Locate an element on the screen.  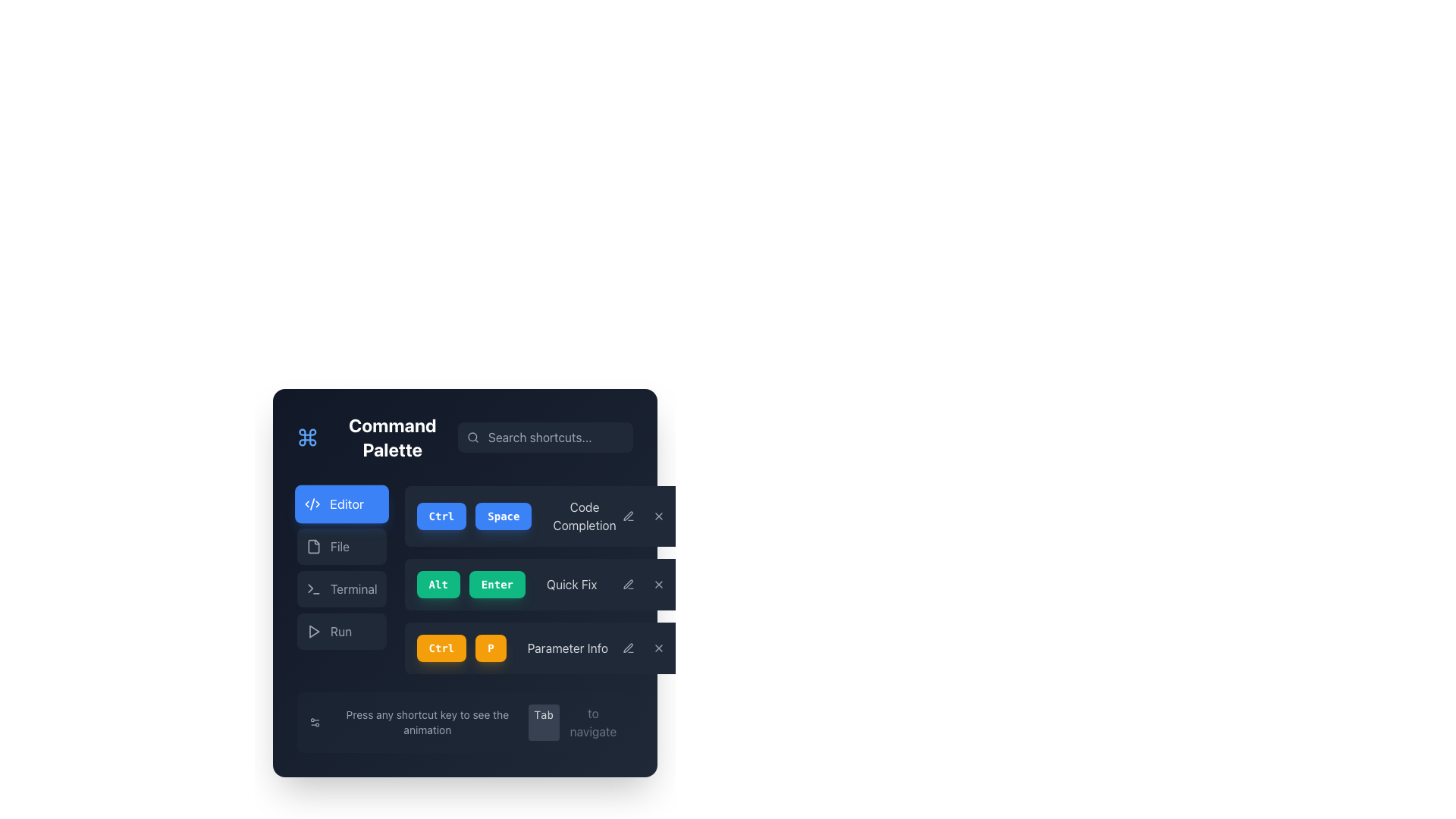
the Interactive icon button (pen icon) located at the rightmost side of the 'Parameter Info' row in the command palette interface to change its appearance is located at coordinates (628, 648).